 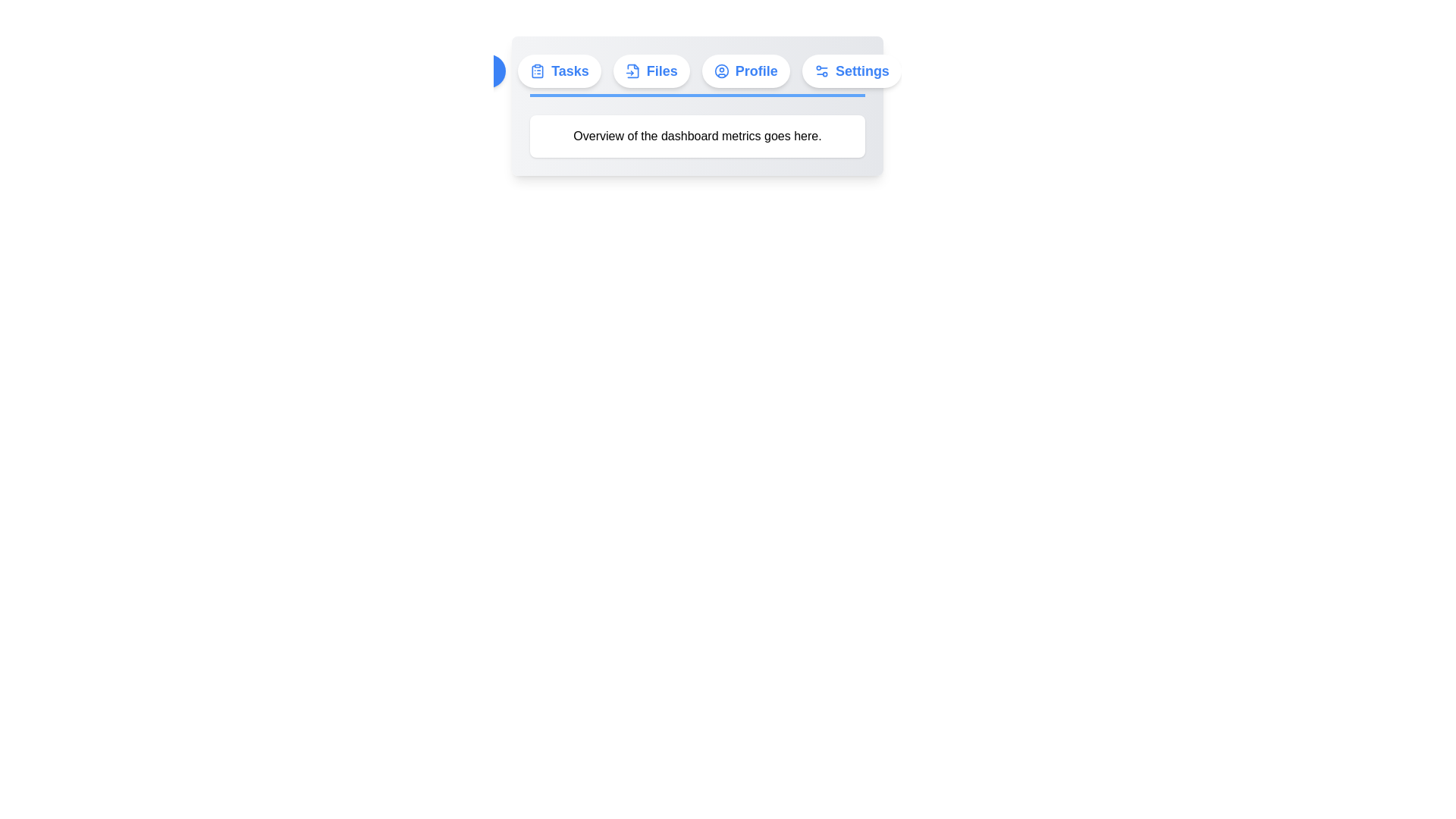 What do you see at coordinates (720, 71) in the screenshot?
I see `the 'Profile' button by clicking on the SVG Circle that represents it in the top navigation bar` at bounding box center [720, 71].